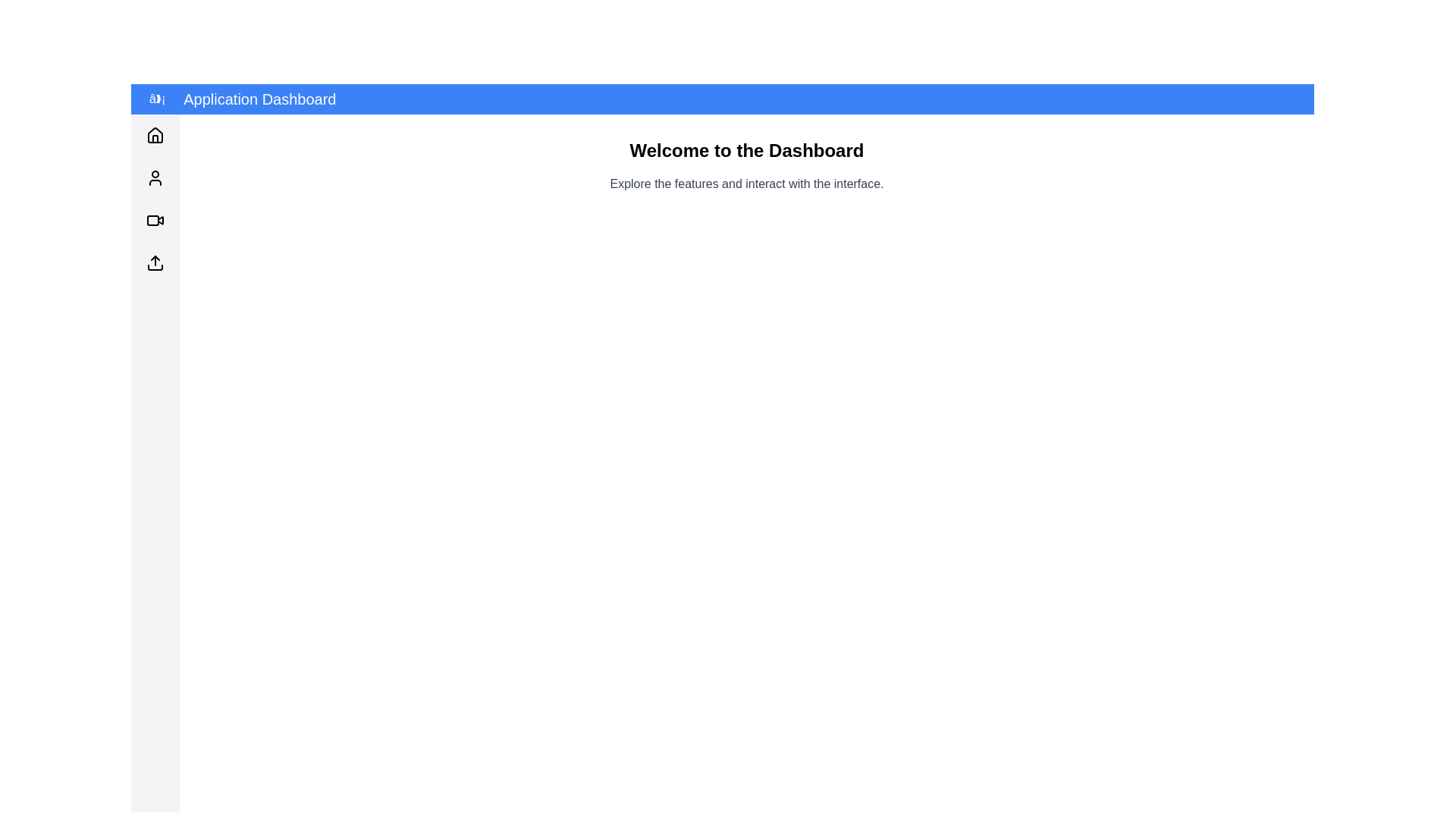 This screenshot has height=819, width=1456. What do you see at coordinates (155, 220) in the screenshot?
I see `the third interactive icon in the vertical sequence on the left-aligned sidebar` at bounding box center [155, 220].